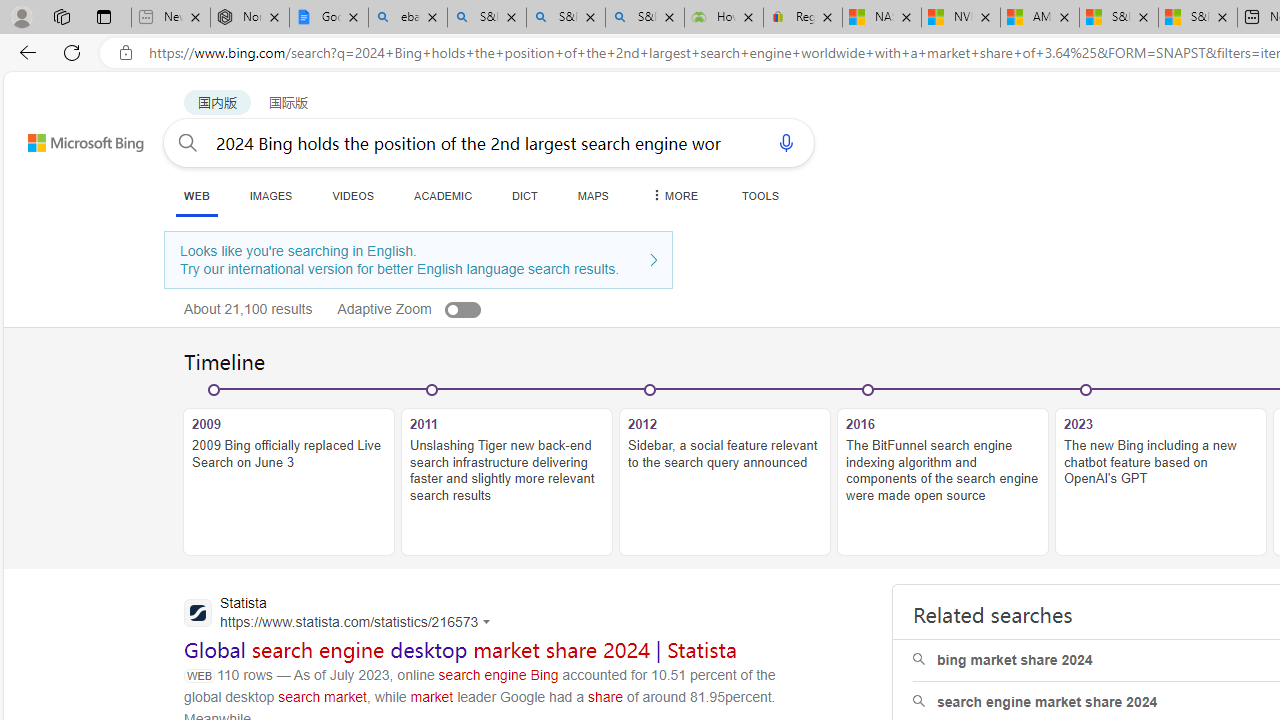  What do you see at coordinates (525, 195) in the screenshot?
I see `'DICT'` at bounding box center [525, 195].